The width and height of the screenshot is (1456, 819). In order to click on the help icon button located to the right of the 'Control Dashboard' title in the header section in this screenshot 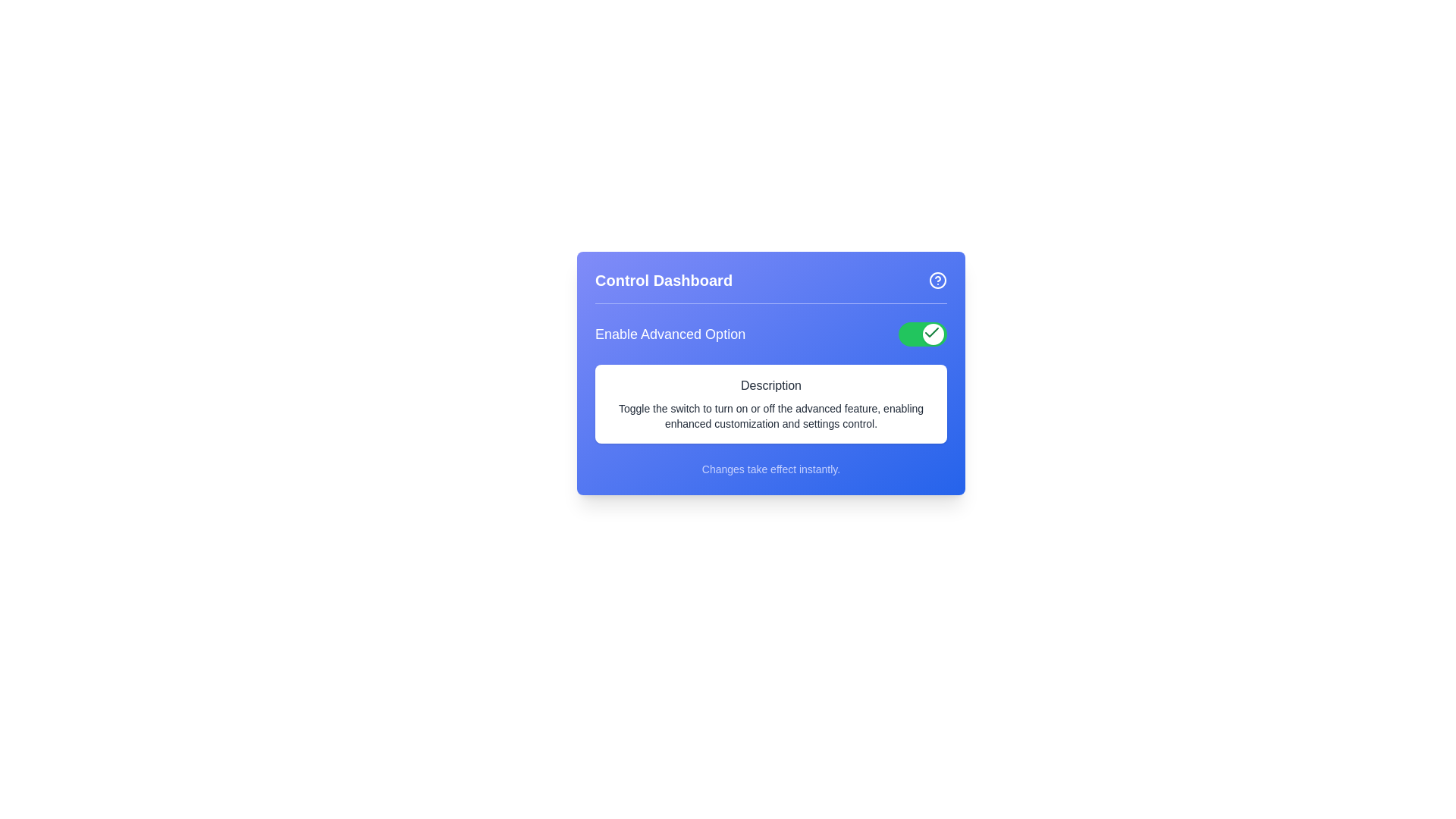, I will do `click(937, 281)`.